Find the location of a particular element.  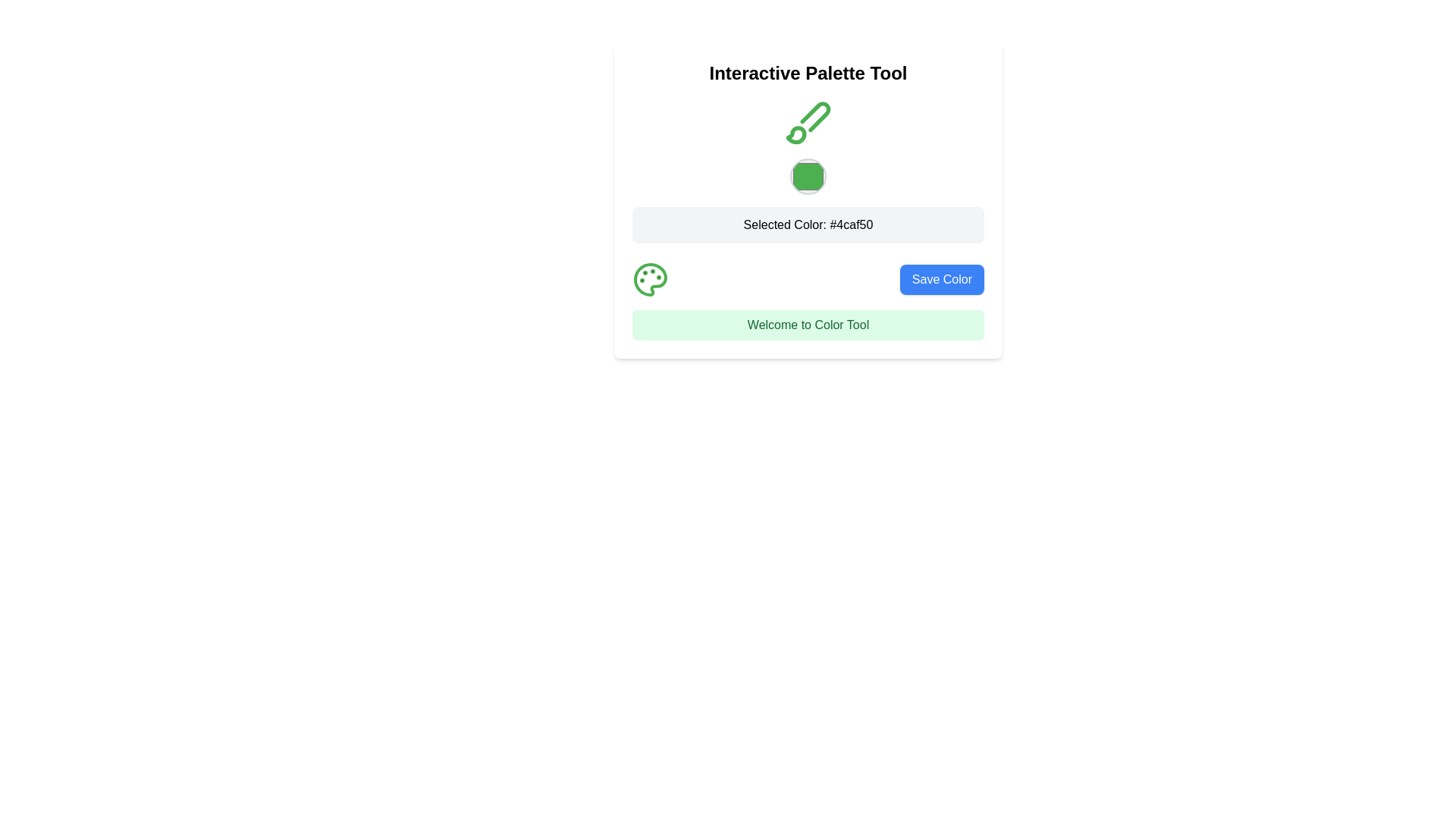

the color palette icon located to the left of the 'Save Color' button is located at coordinates (651, 280).